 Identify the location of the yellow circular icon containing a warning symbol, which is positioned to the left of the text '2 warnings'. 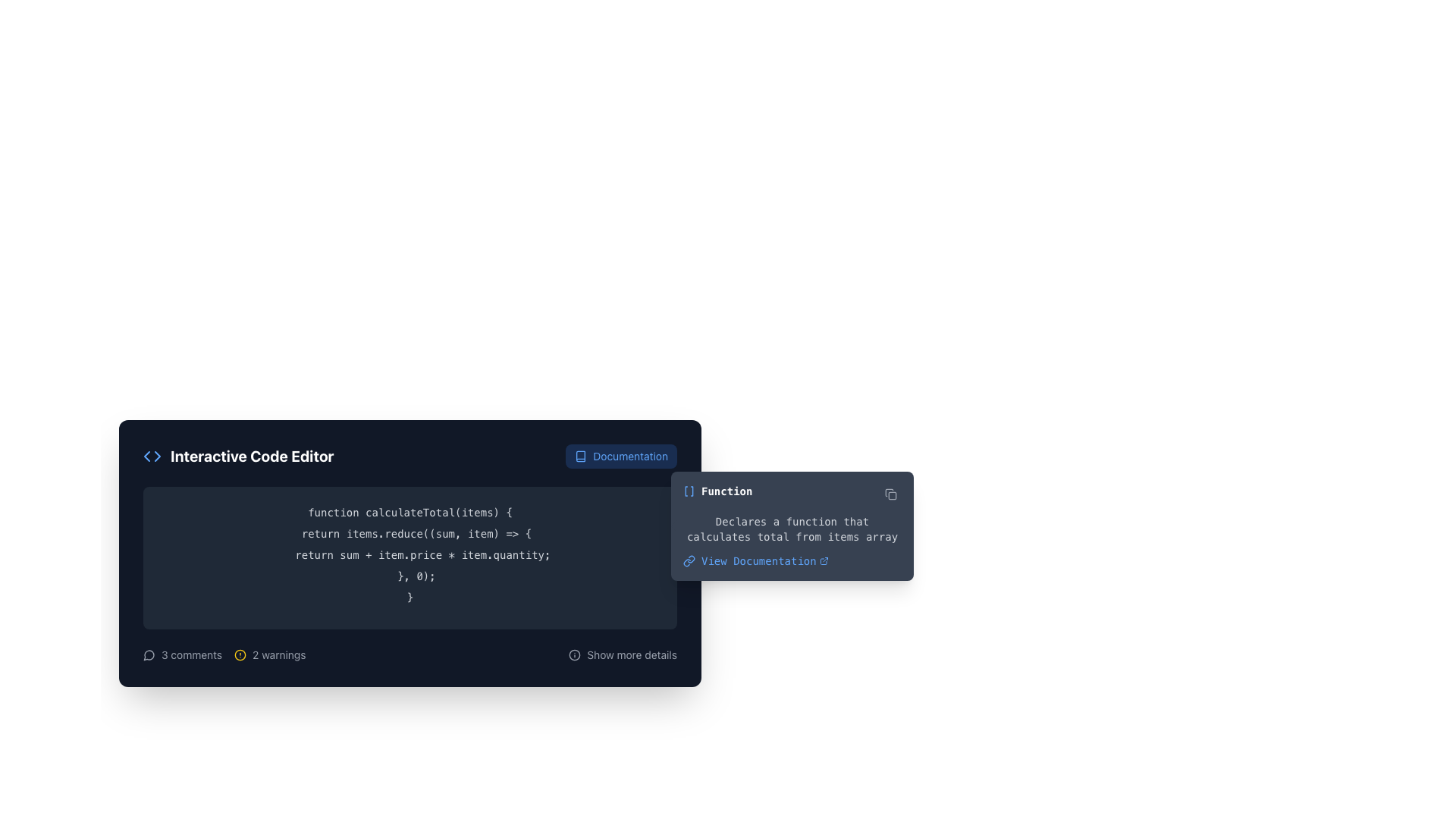
(240, 654).